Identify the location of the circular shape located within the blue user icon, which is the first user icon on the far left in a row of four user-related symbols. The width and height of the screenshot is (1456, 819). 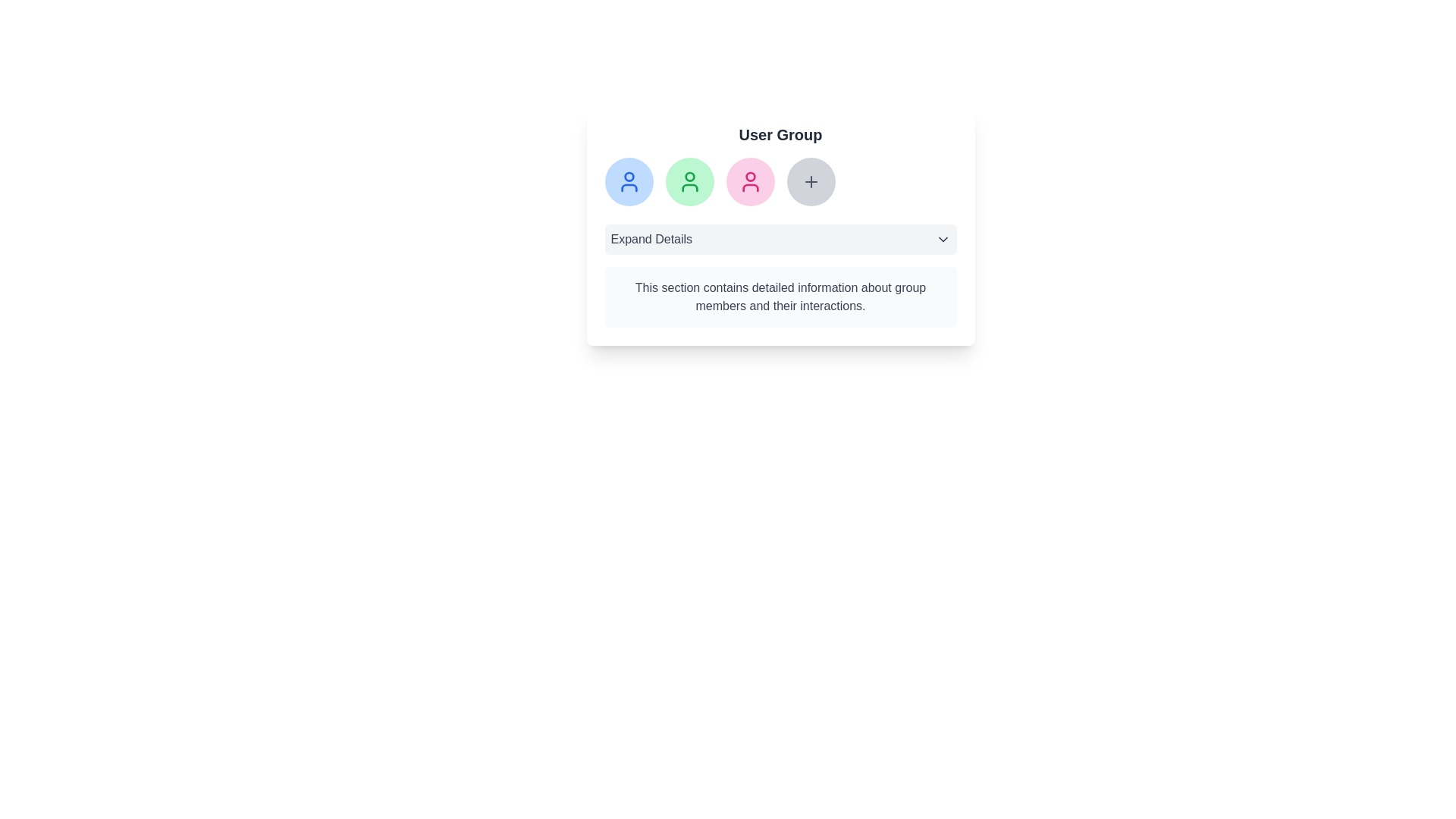
(629, 176).